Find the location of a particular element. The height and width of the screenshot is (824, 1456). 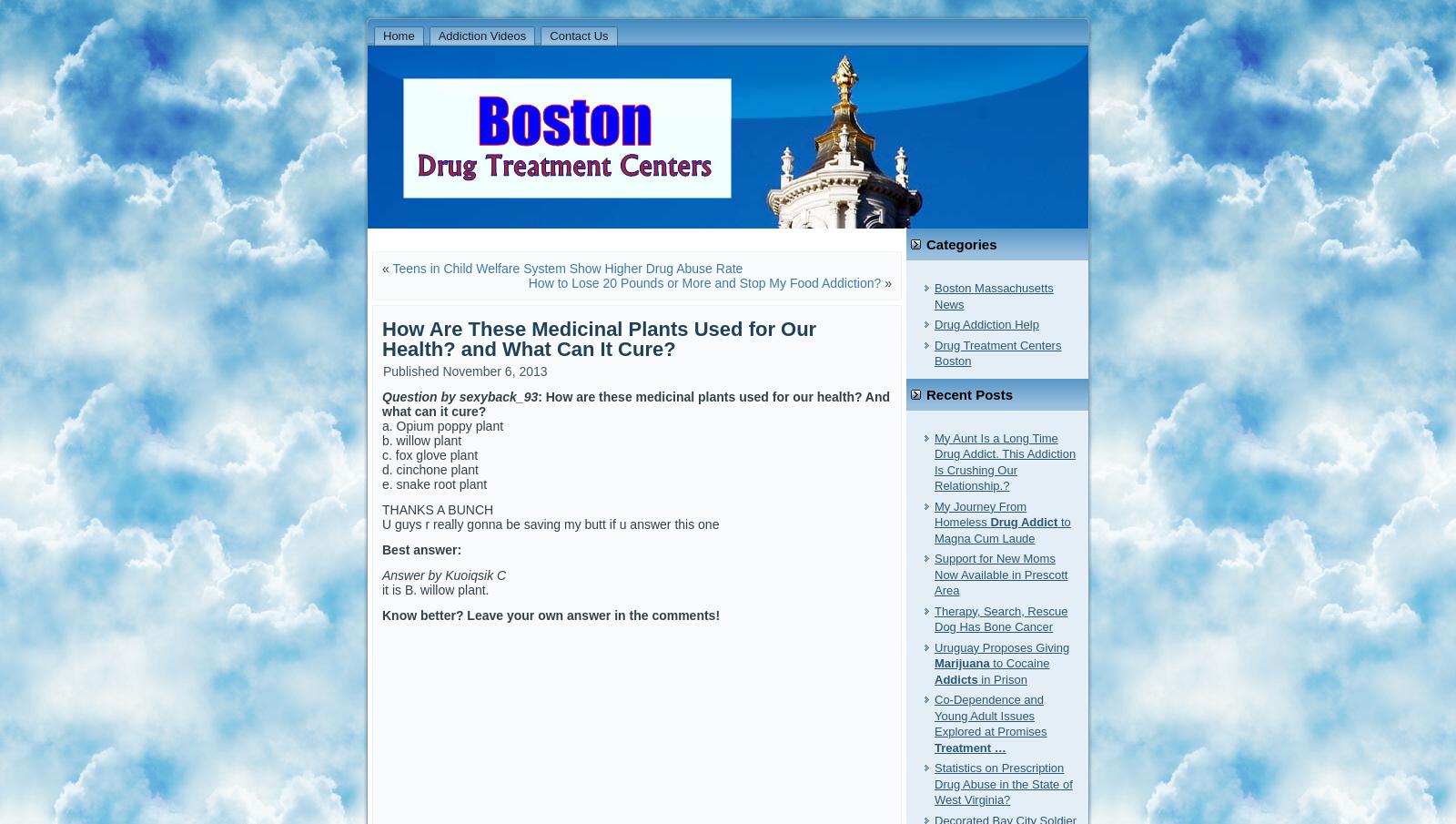

'Co-Dependence and Young Adult Issues Explored at Promises' is located at coordinates (990, 715).